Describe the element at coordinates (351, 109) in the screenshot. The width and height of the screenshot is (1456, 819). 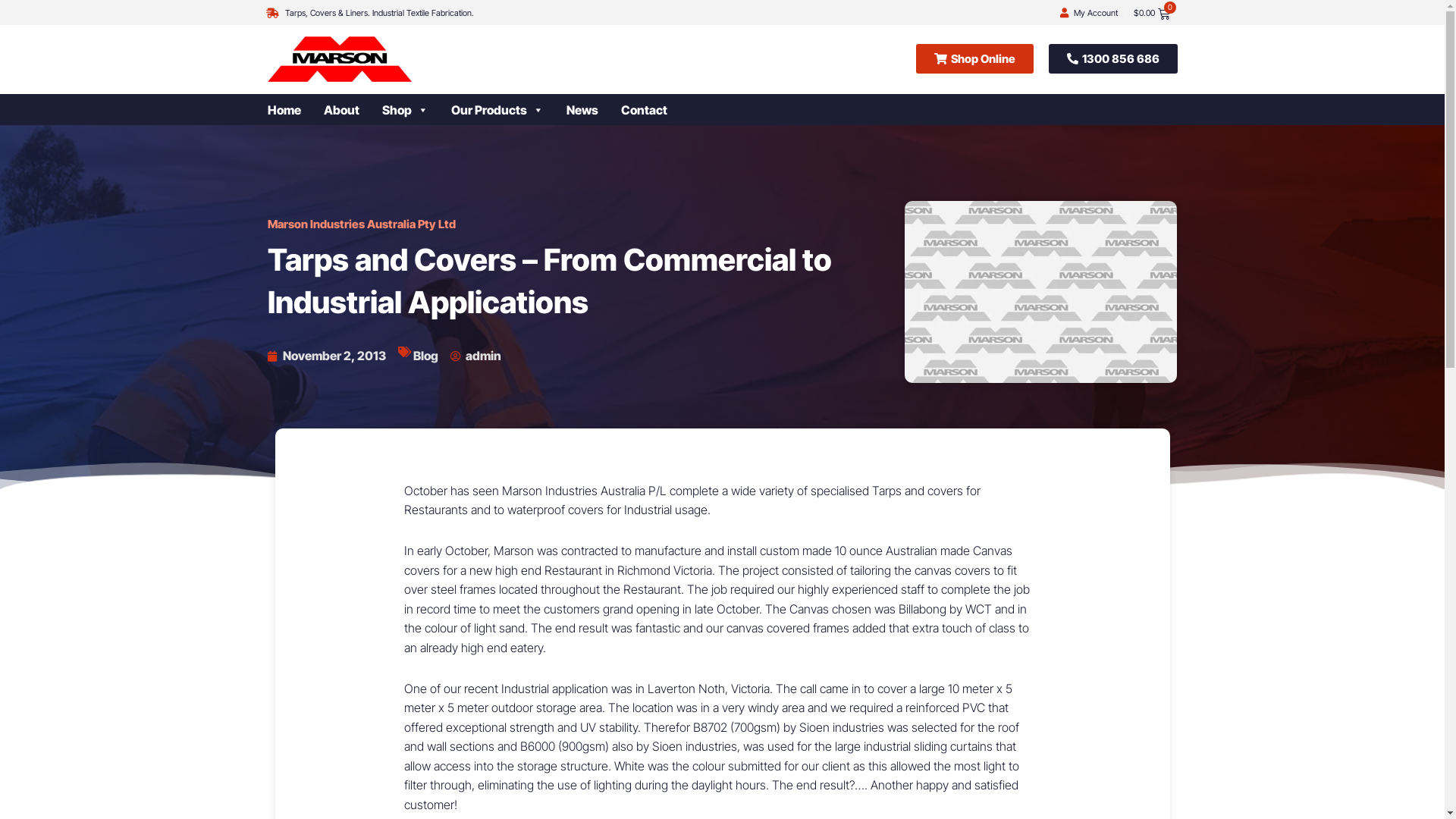
I see `'About'` at that location.